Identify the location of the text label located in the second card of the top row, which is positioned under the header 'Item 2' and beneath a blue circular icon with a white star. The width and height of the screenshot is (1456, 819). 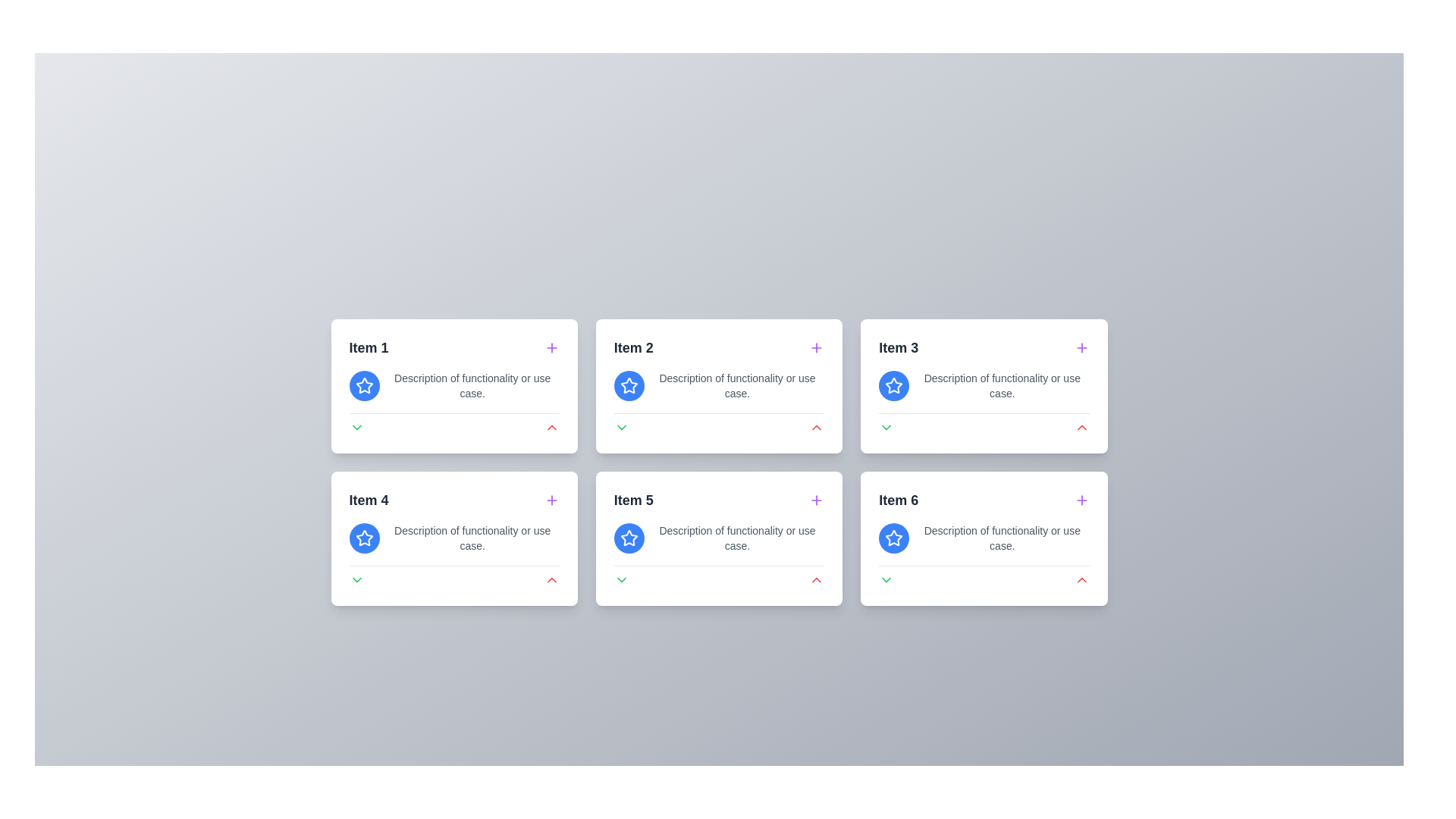
(737, 385).